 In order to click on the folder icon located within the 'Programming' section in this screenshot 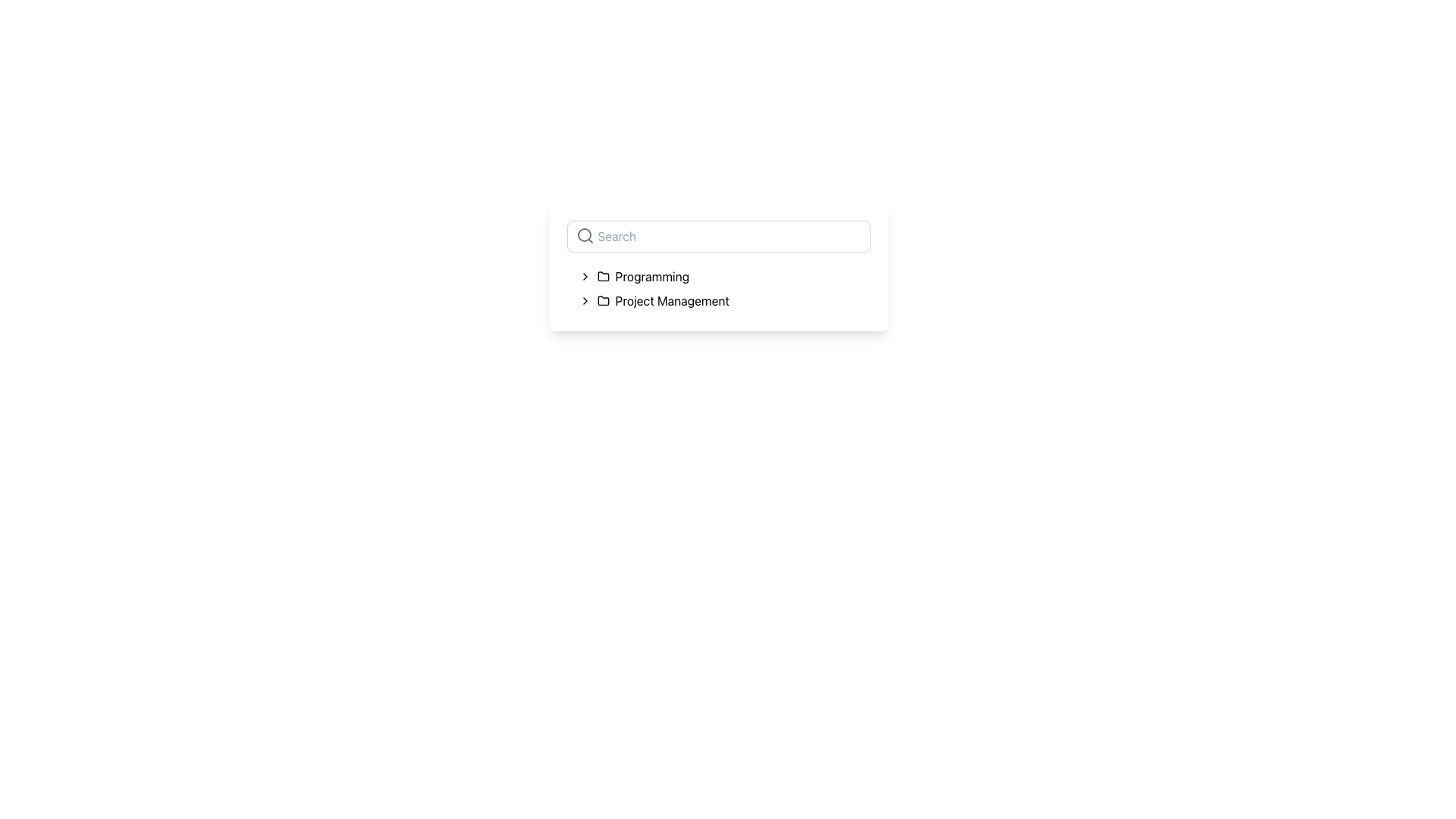, I will do `click(602, 276)`.